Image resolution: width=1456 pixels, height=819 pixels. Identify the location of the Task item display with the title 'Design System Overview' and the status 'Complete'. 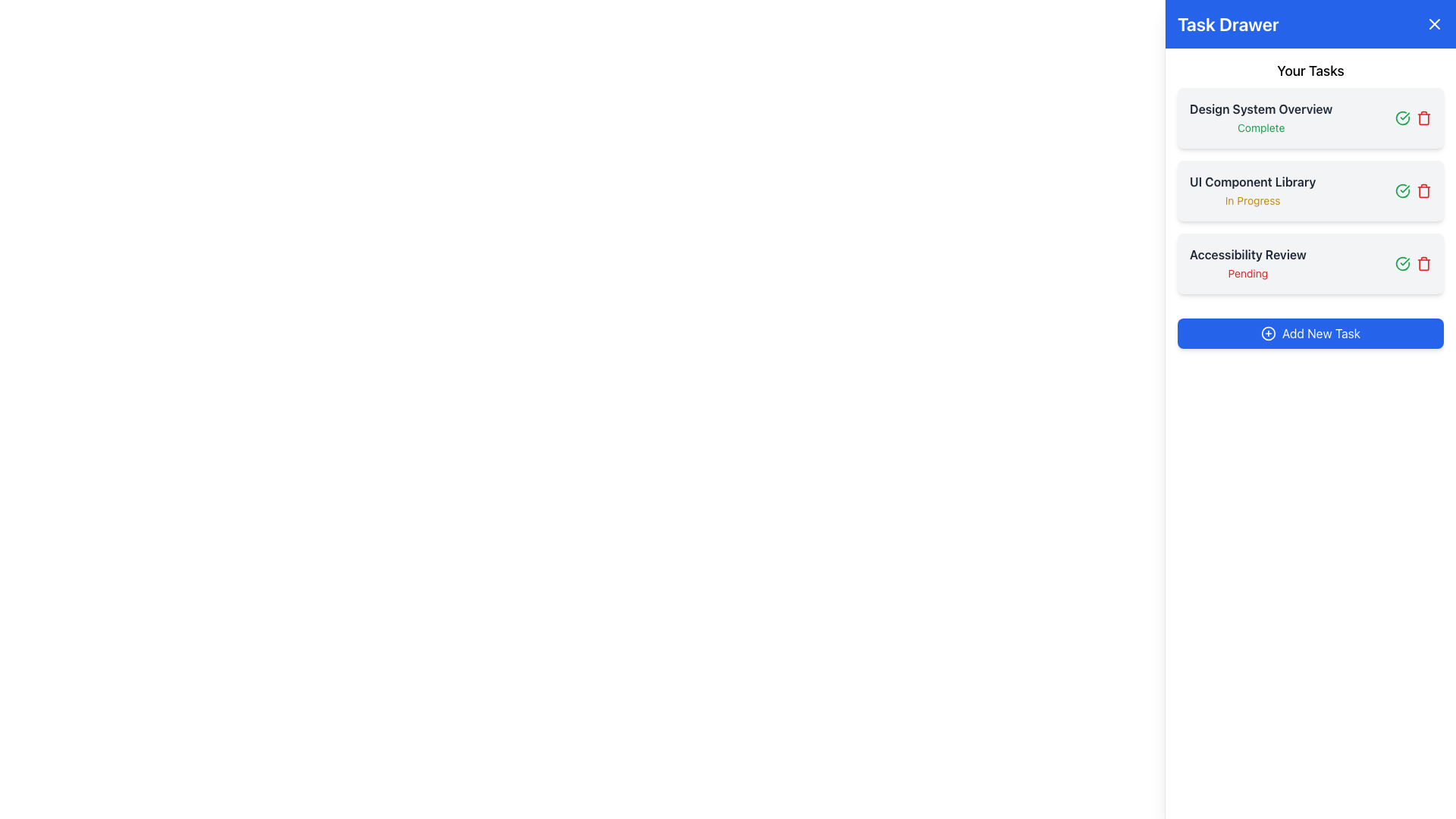
(1261, 117).